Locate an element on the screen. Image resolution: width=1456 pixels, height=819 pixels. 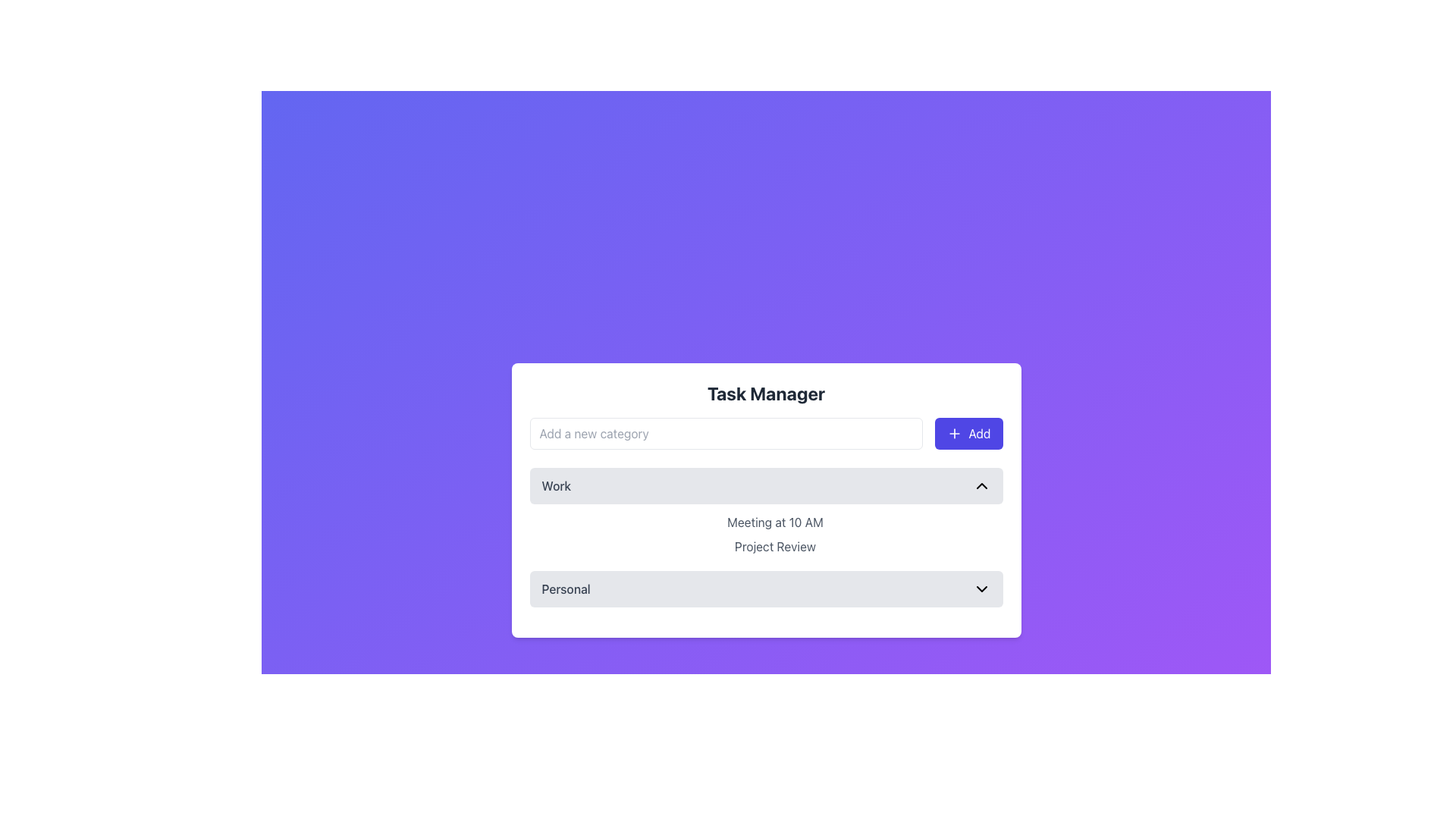
the text label reading 'Personal' that has a gray font color and is positioned to the left of a right-aligned downward-pointing chevron icon is located at coordinates (565, 588).